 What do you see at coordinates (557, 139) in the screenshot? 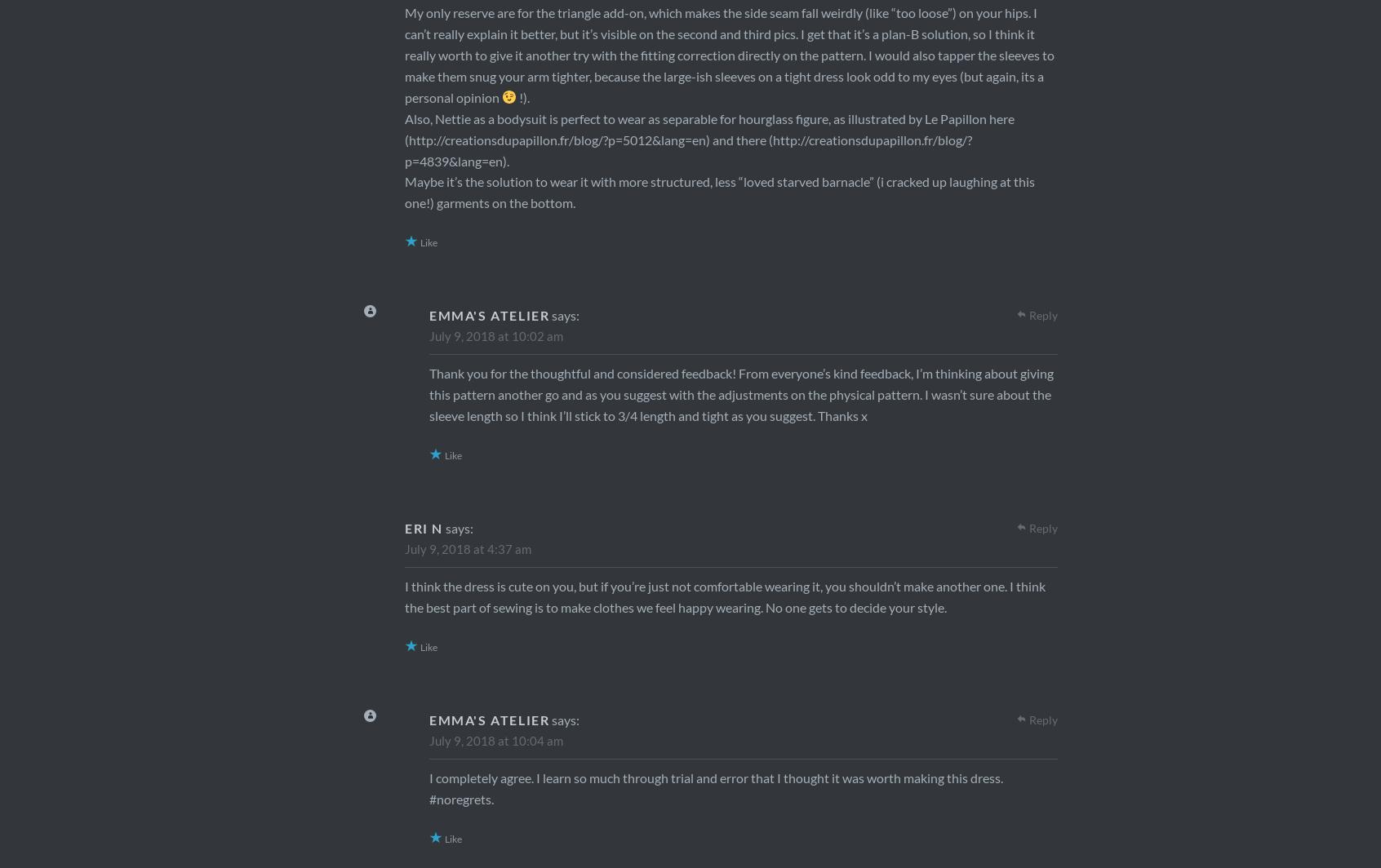
I see `'http://creationsdupapillon.fr/blog/?p=5012&lang=en'` at bounding box center [557, 139].